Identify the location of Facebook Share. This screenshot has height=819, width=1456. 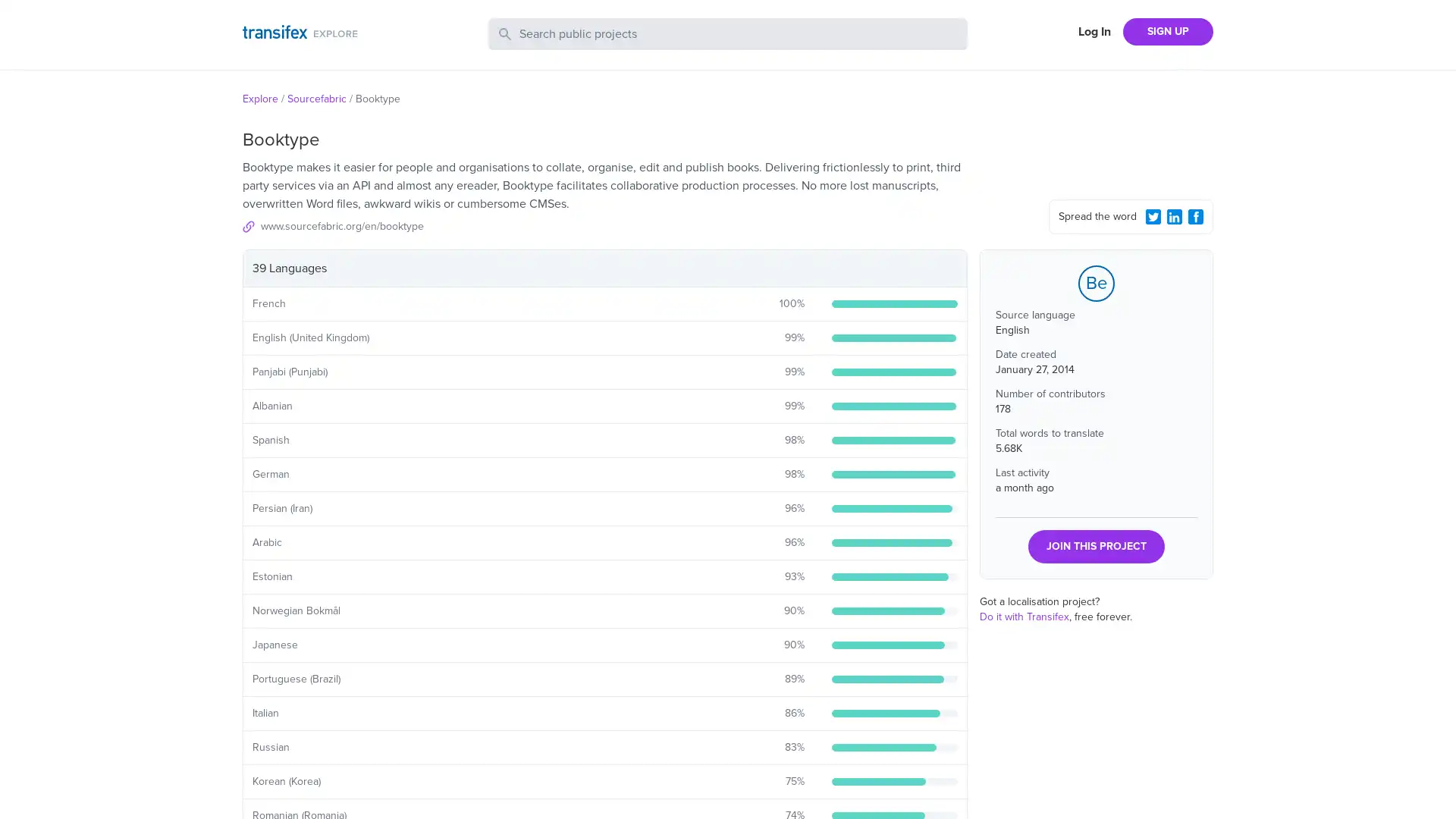
(1195, 216).